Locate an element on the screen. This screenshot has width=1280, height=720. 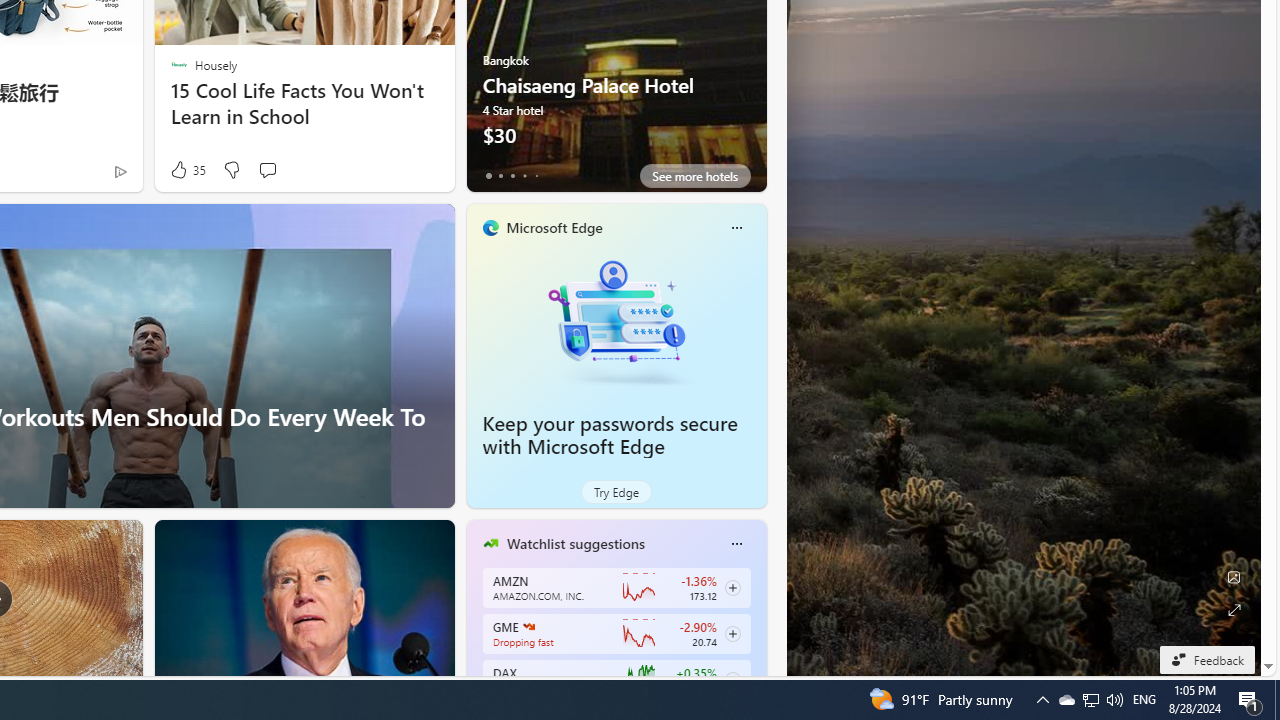
'Watchlist suggestions' is located at coordinates (574, 543).